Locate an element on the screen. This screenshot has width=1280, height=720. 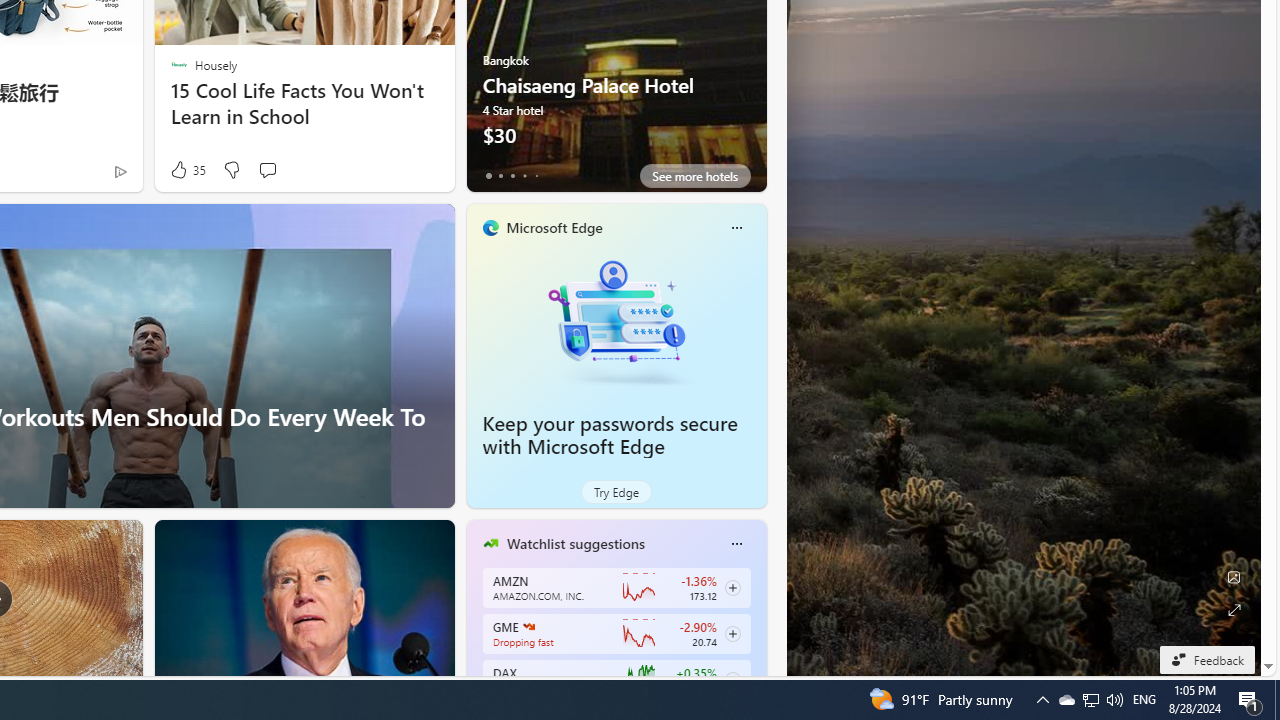
'Watchlist suggestions' is located at coordinates (574, 543).